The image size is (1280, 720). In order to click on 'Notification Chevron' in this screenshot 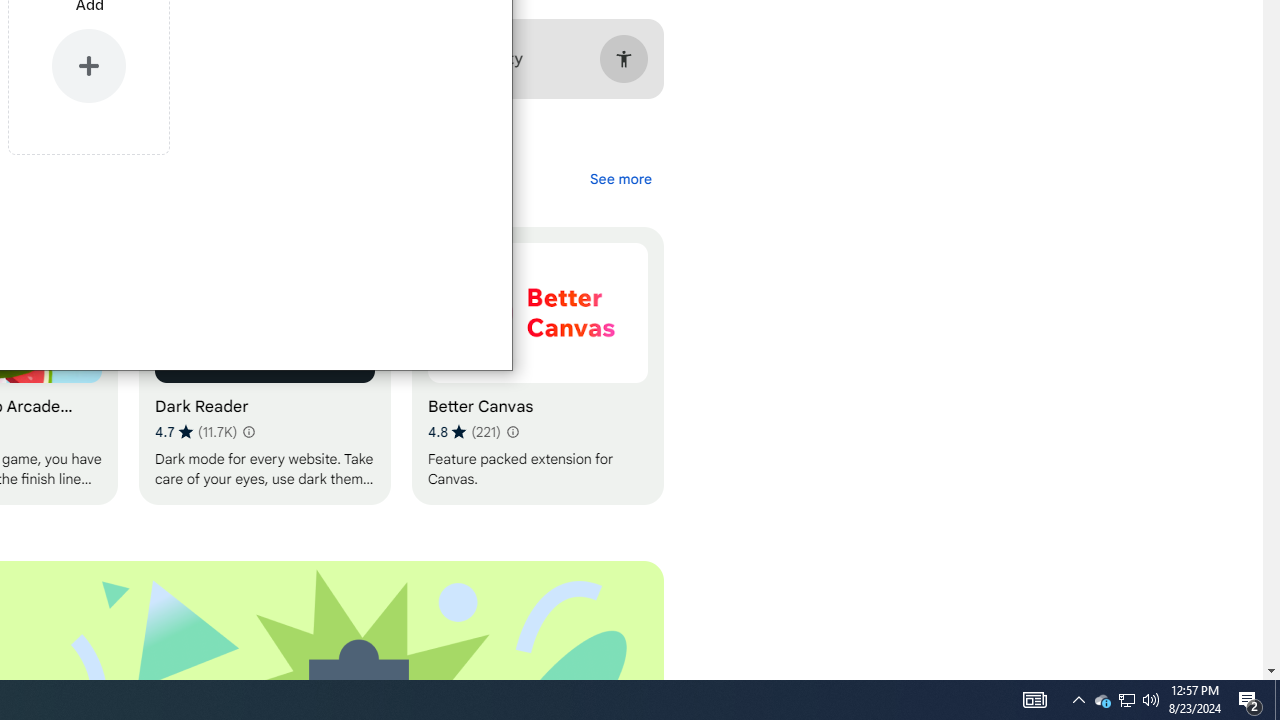, I will do `click(1078, 698)`.